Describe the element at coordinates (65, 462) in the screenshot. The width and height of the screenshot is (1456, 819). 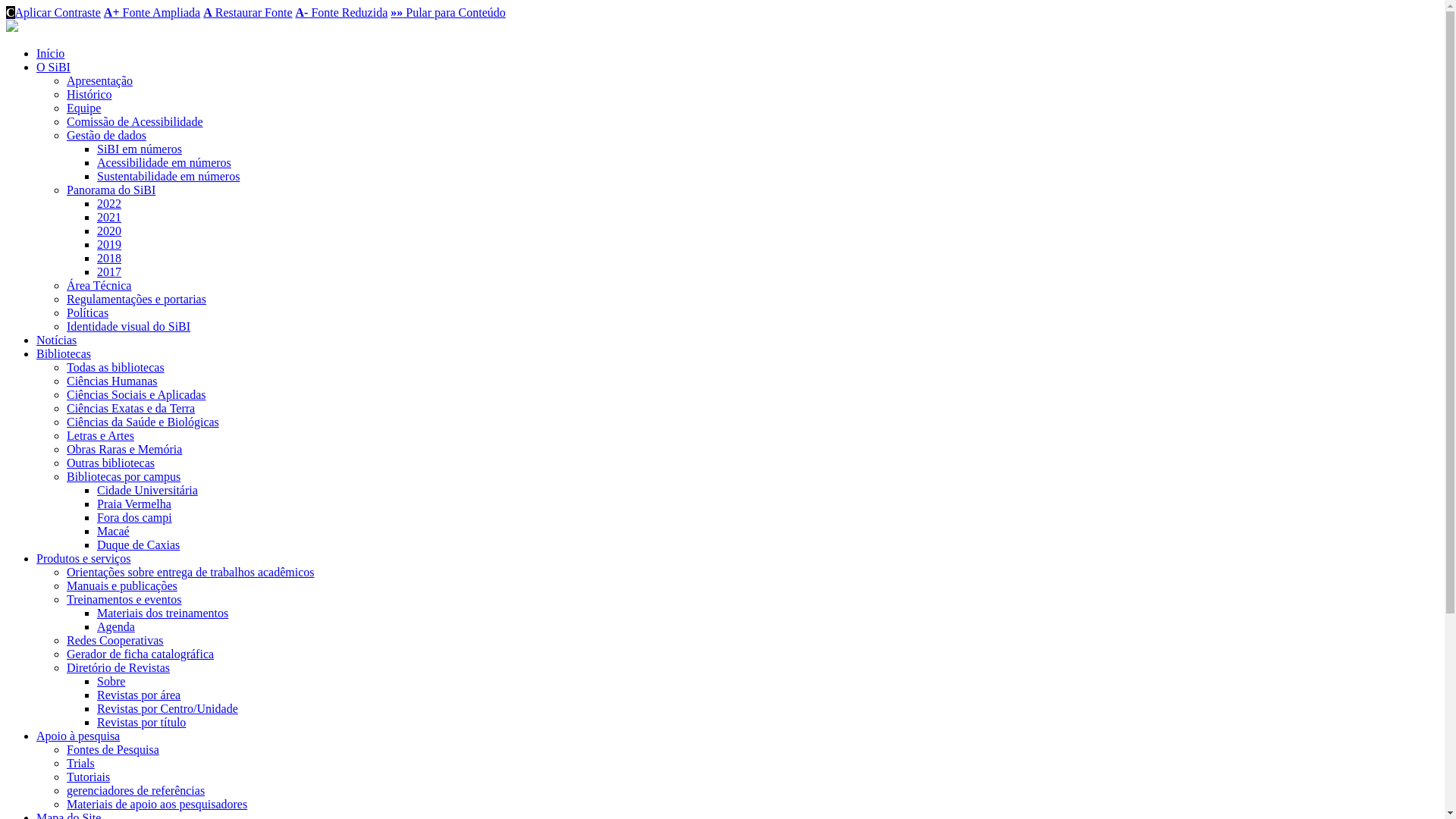
I see `'Outras bibliotecas'` at that location.